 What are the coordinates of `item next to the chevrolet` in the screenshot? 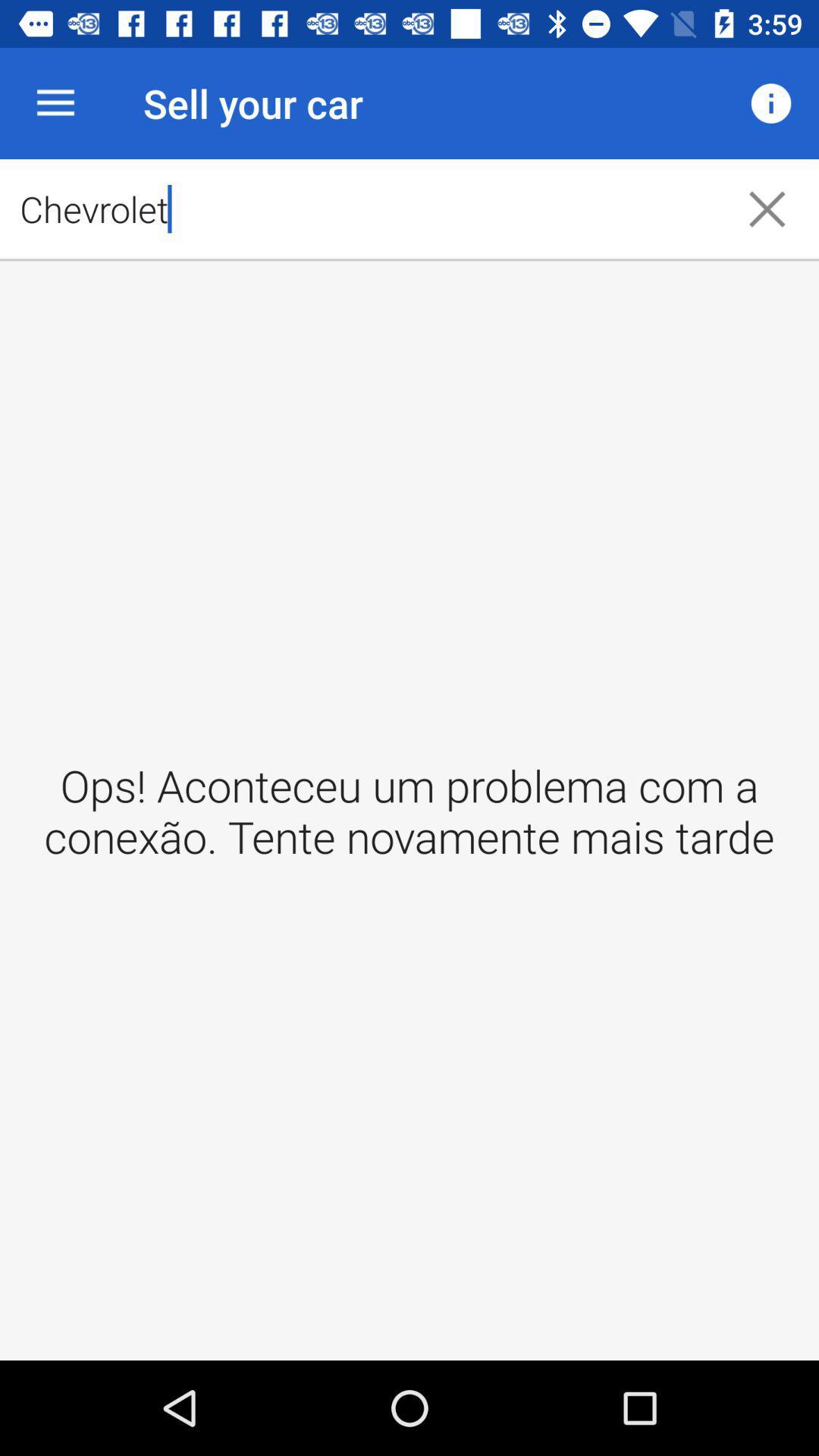 It's located at (771, 102).